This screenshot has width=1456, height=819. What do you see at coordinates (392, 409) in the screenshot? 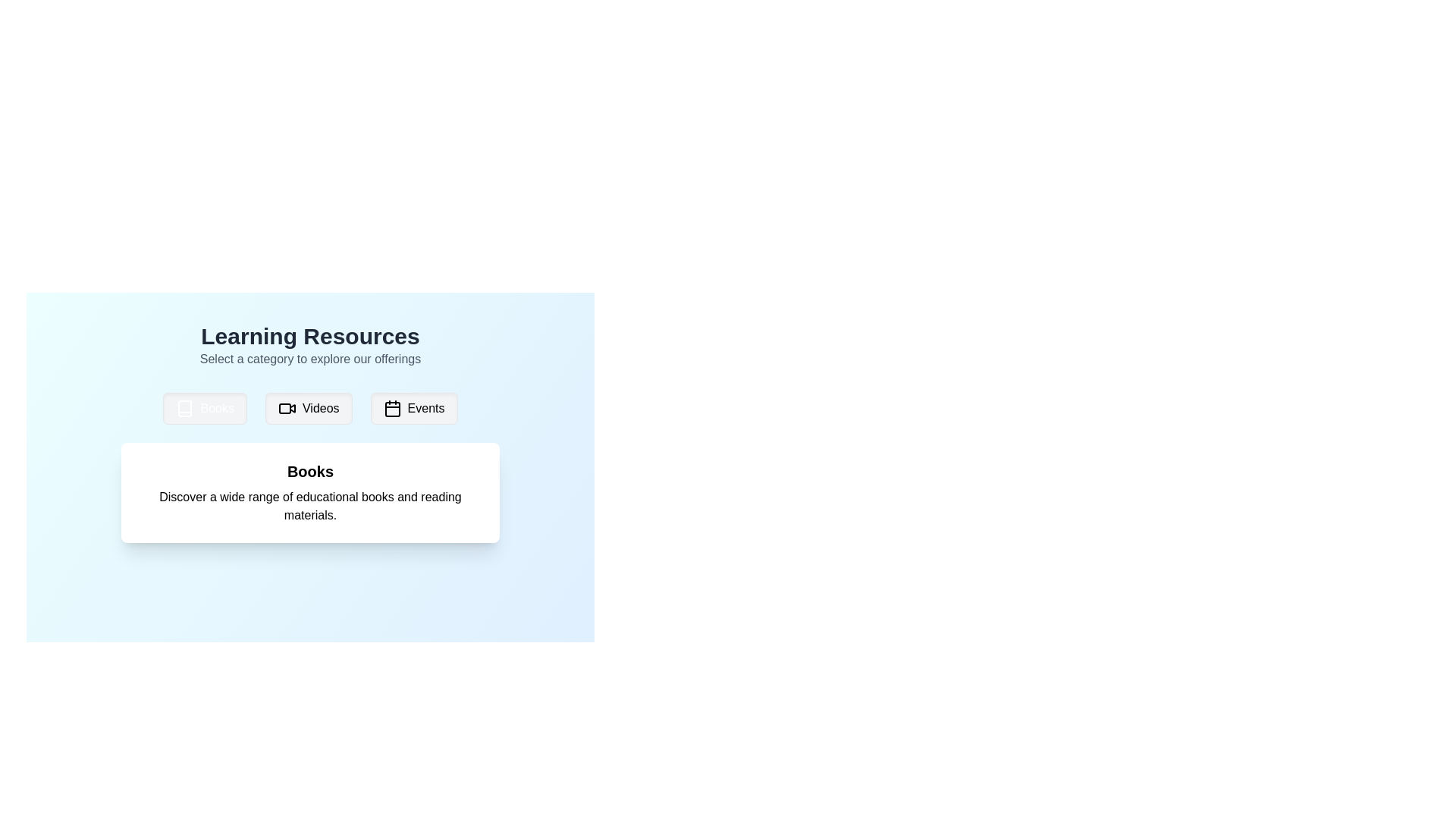
I see `the small rounded rectangle with a white background that resembles a calendar day grid, located at the center of the calendar icon` at bounding box center [392, 409].